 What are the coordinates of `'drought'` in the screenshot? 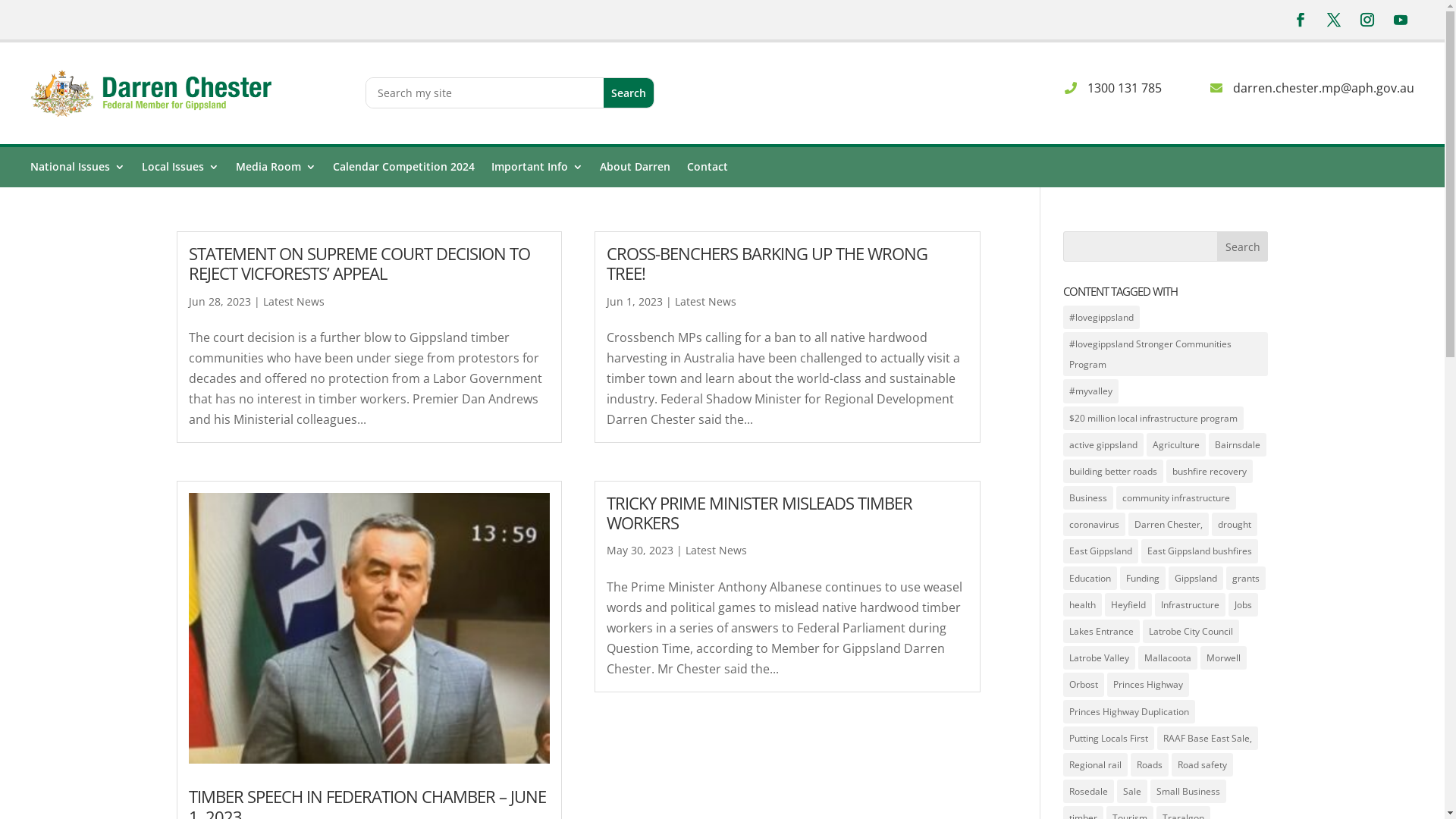 It's located at (1211, 523).